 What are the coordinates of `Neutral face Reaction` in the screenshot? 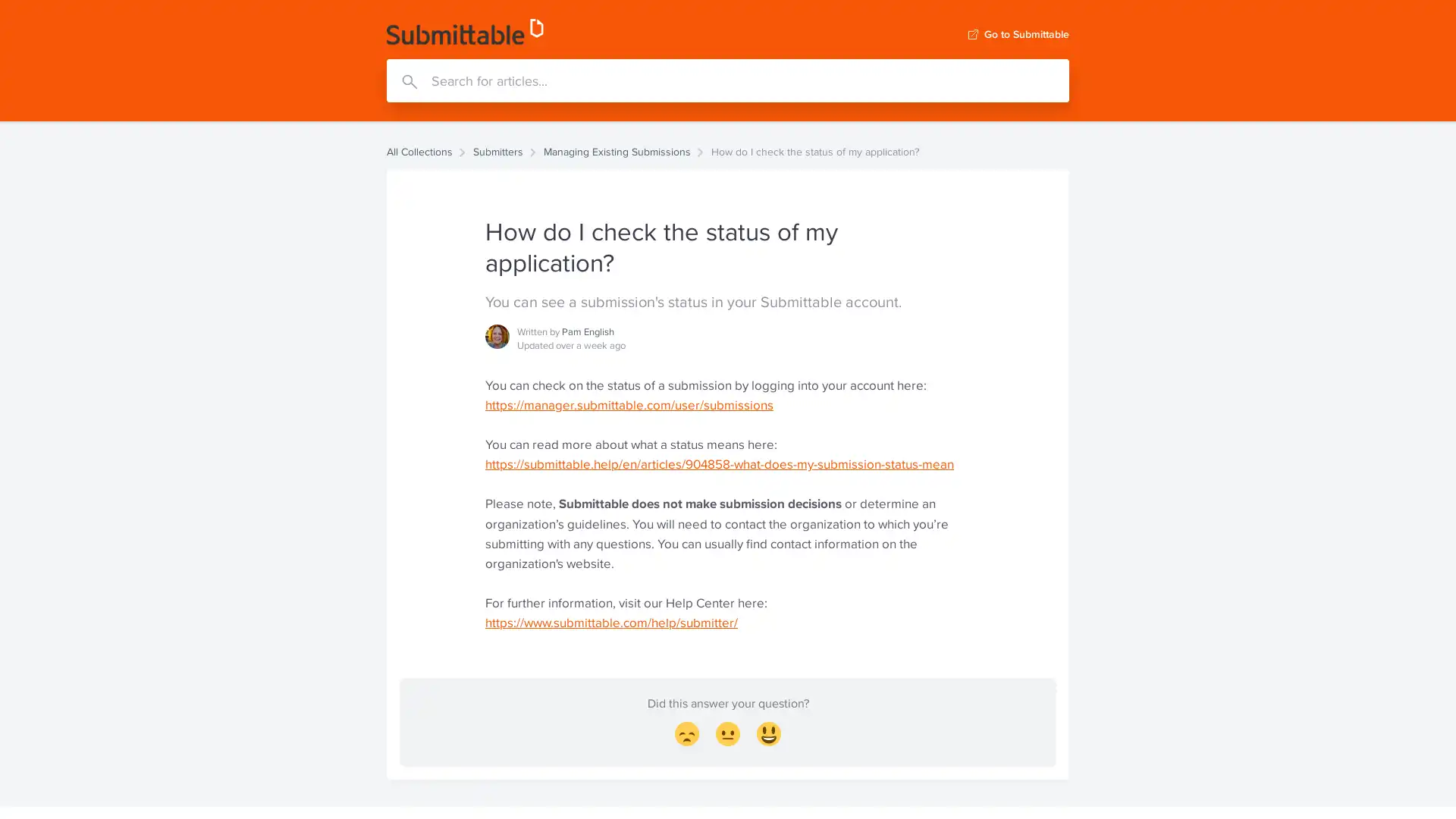 It's located at (728, 736).